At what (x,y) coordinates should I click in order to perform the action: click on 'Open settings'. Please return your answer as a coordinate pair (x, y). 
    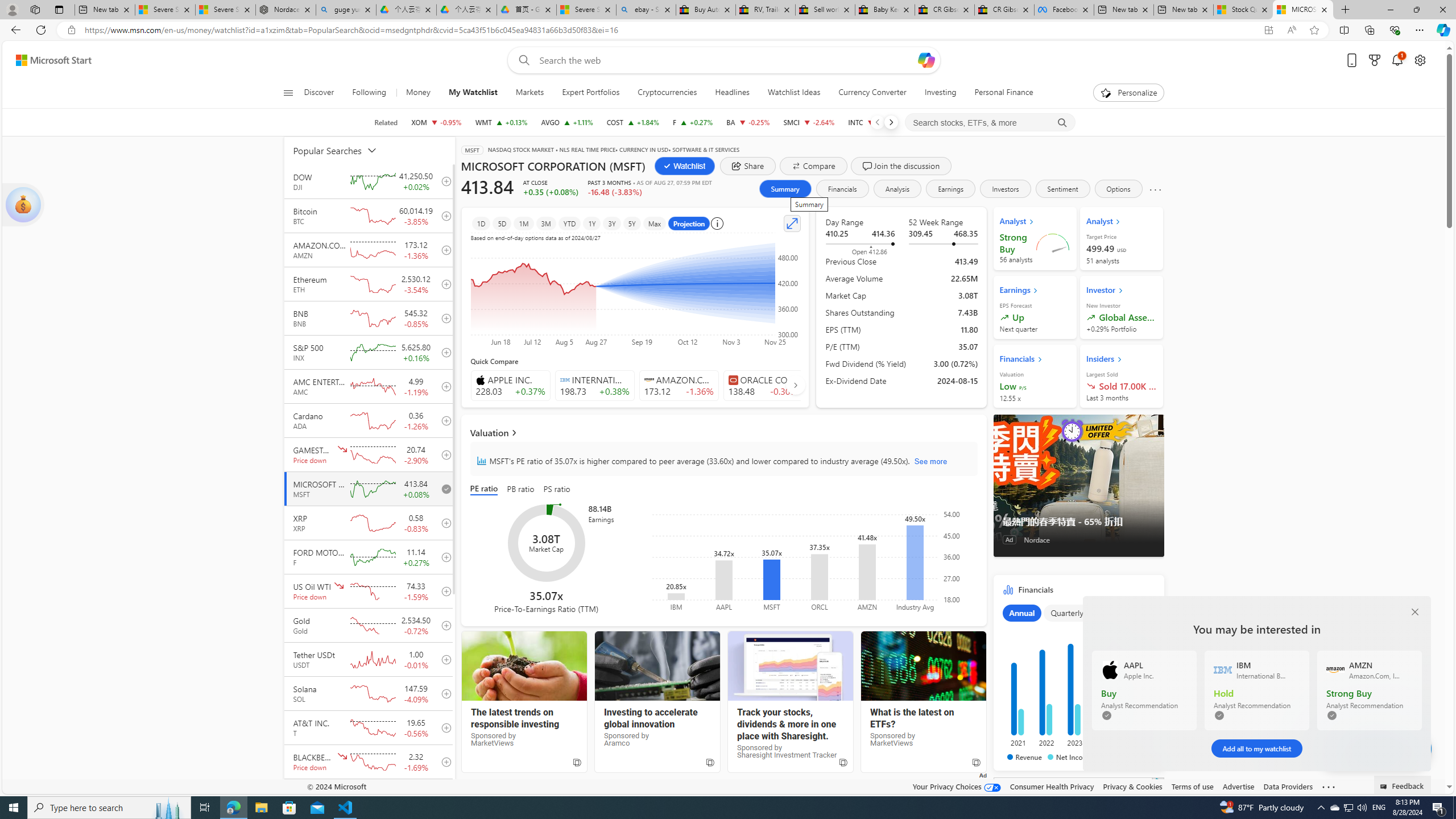
    Looking at the image, I should click on (1420, 60).